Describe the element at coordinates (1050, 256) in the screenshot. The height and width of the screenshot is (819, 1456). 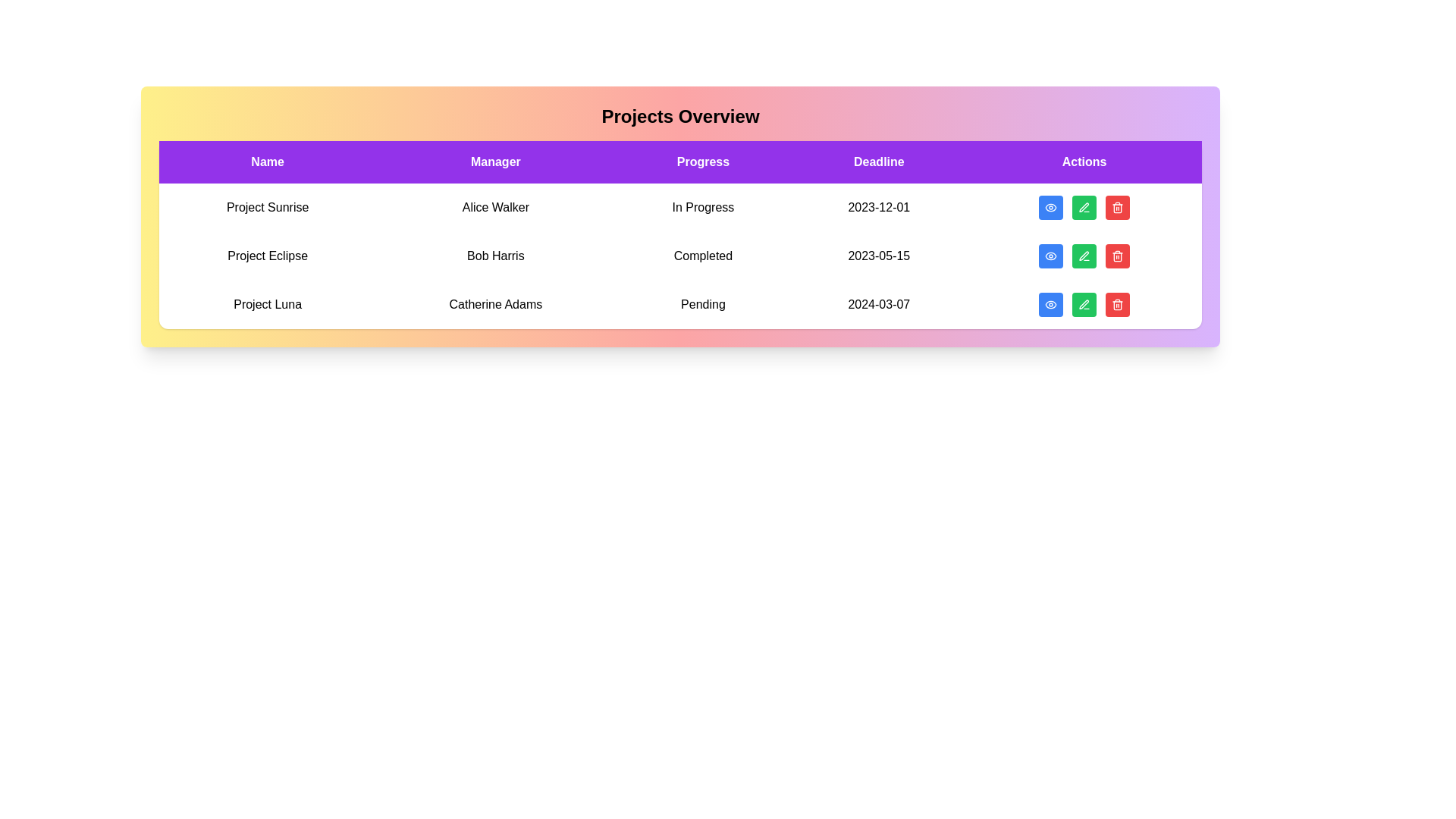
I see `'View' button for the project named Project Eclipse` at that location.